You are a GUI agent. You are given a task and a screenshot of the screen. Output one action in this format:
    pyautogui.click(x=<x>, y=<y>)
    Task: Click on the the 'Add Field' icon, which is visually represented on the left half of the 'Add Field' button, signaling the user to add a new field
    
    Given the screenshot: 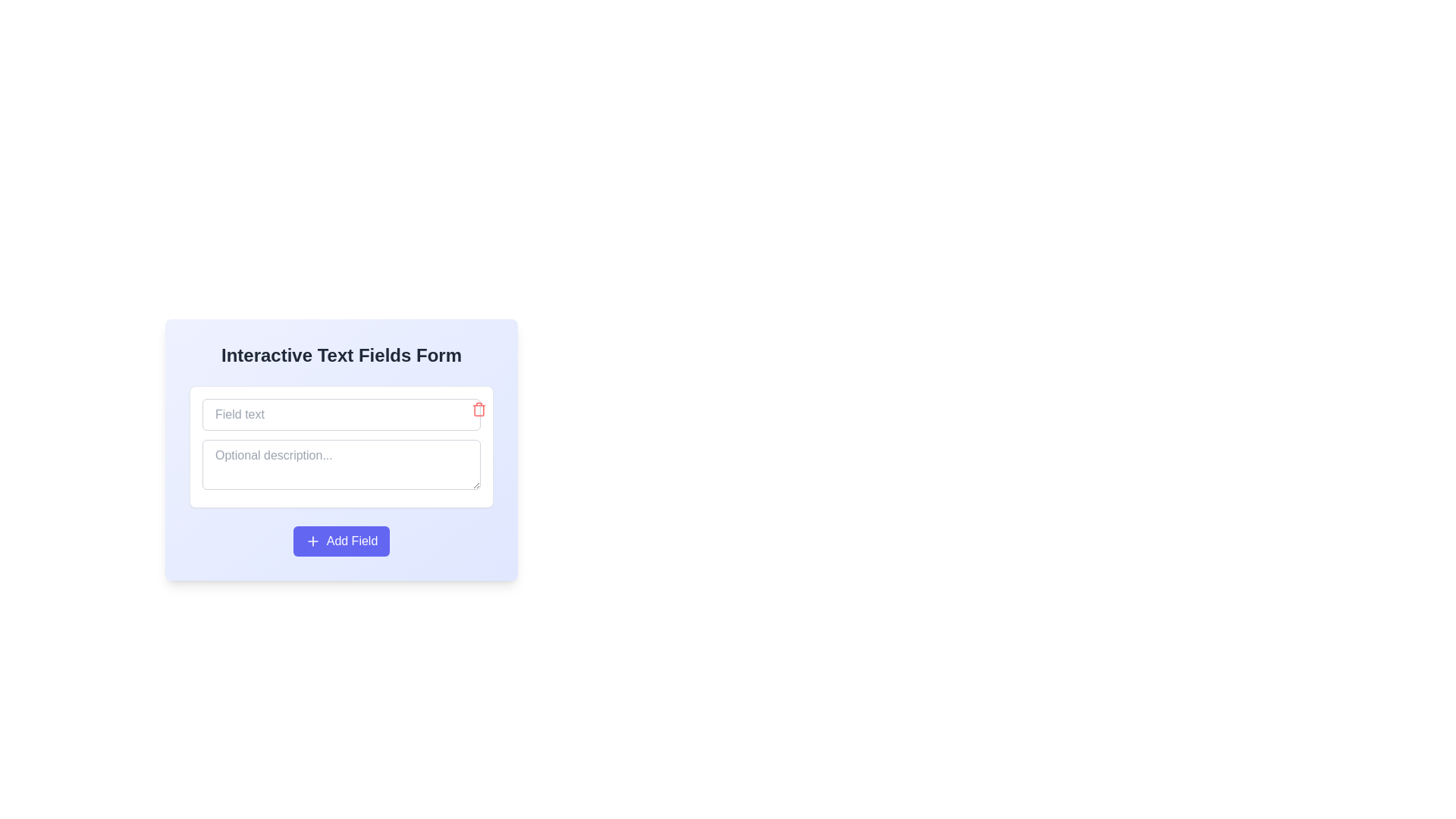 What is the action you would take?
    pyautogui.click(x=312, y=540)
    